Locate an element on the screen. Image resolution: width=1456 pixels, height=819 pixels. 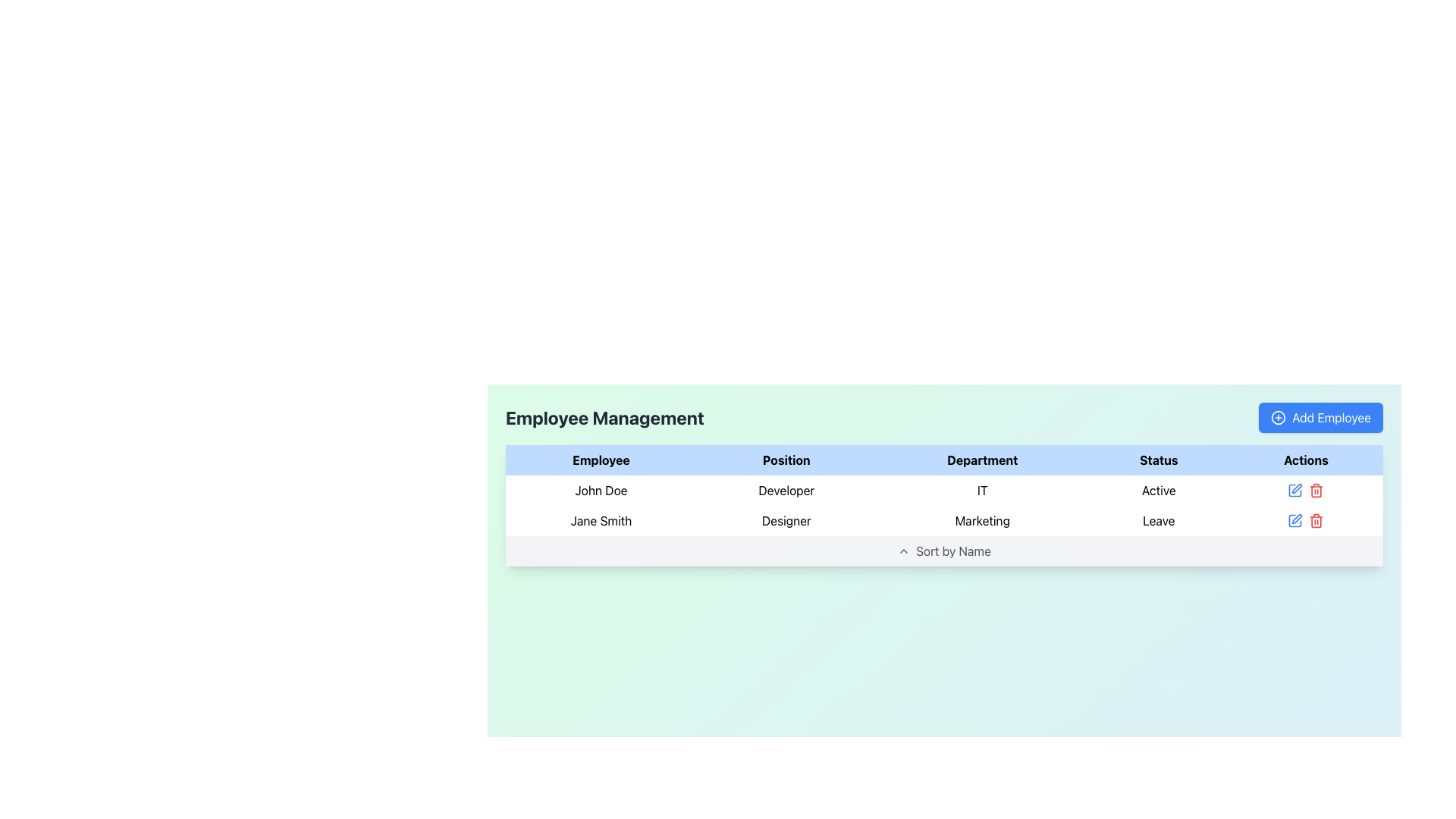
the decorative icon indicating an addition operation within the 'Add Employee' button located at the top-right corner of the employee management section is located at coordinates (1278, 418).